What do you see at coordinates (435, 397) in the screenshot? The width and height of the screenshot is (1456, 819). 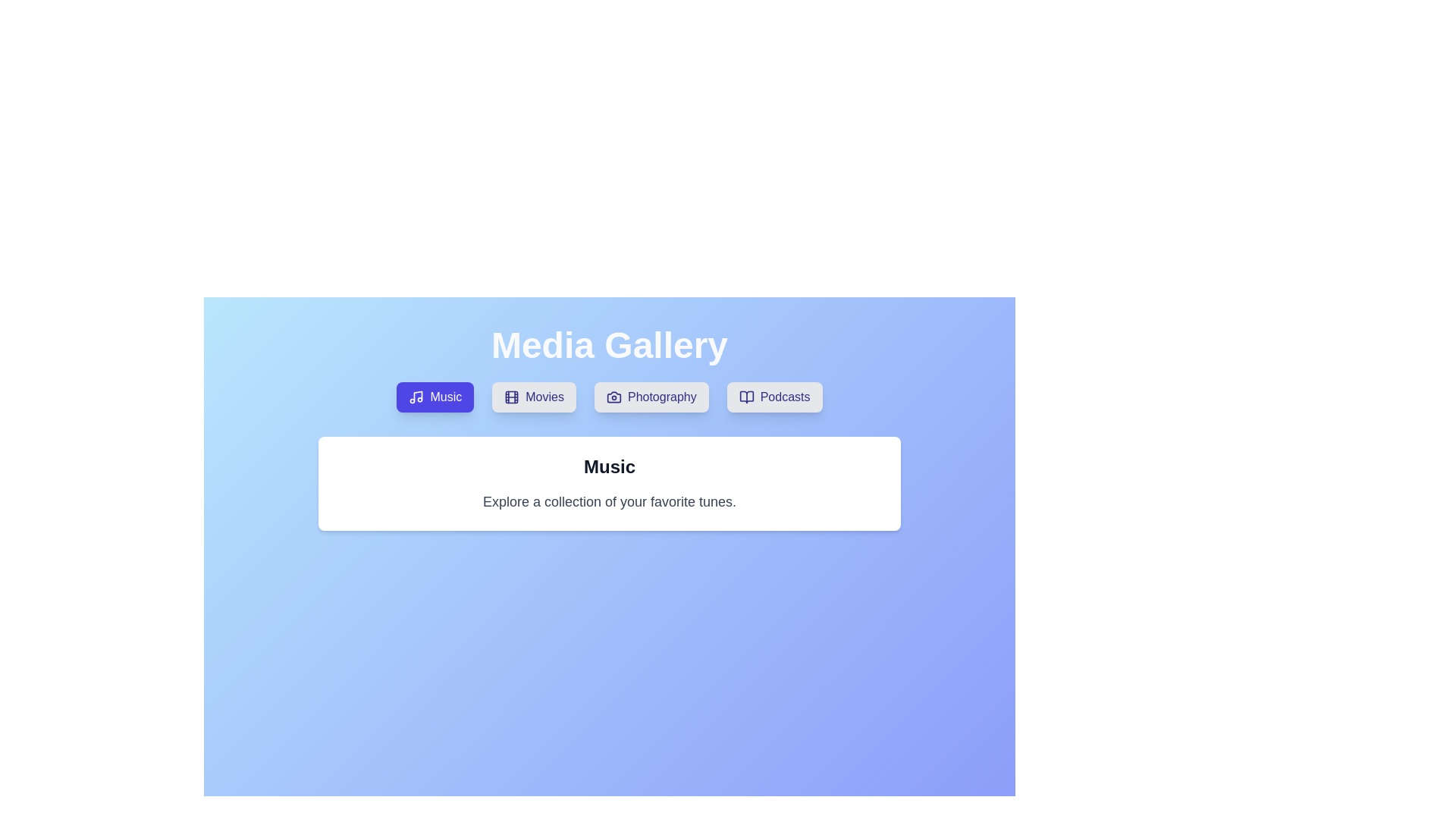 I see `the Music tab by clicking on its button` at bounding box center [435, 397].